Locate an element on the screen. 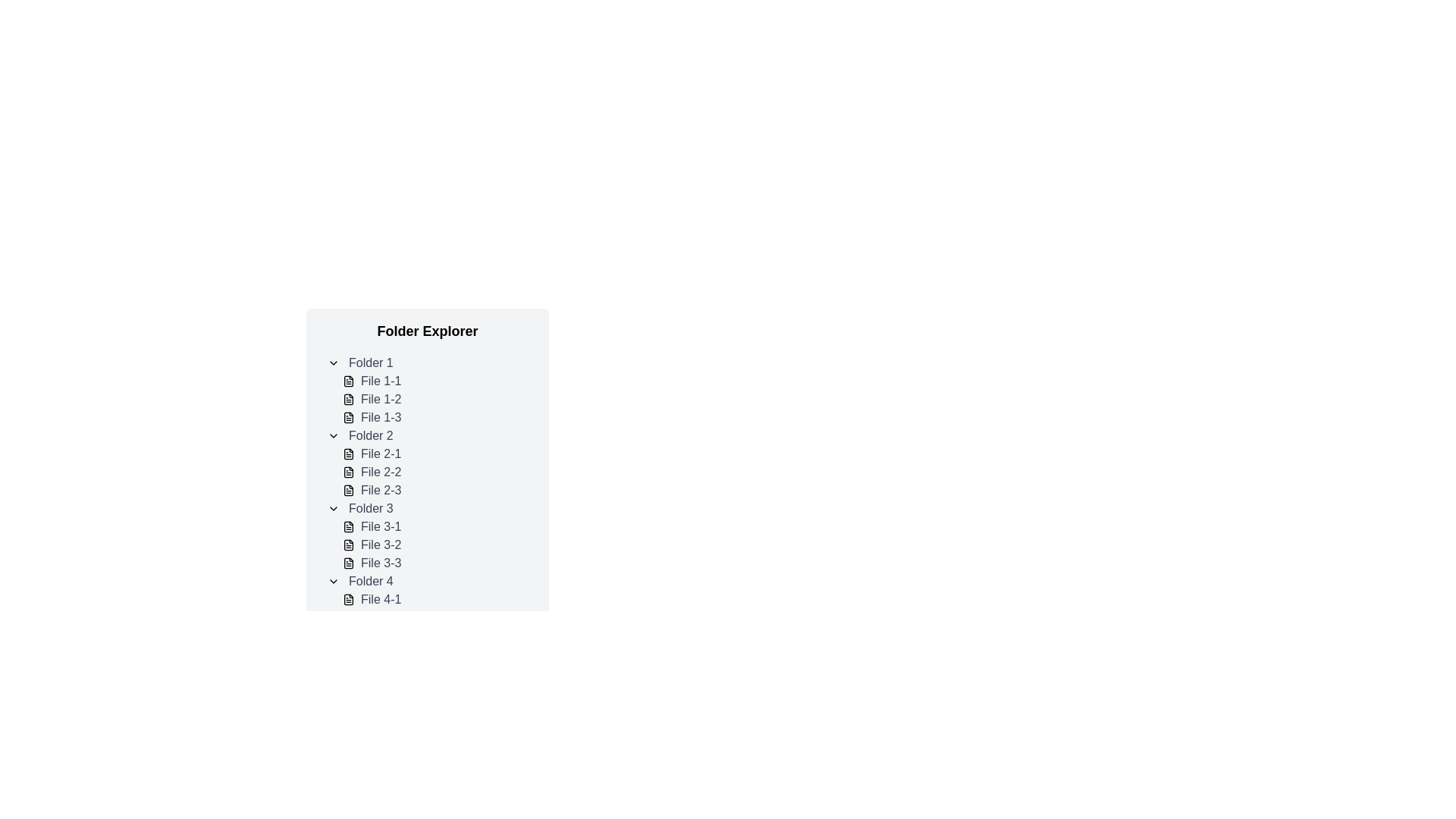  the second file item labeled 'File 3-2' in the file explorer is located at coordinates (439, 544).